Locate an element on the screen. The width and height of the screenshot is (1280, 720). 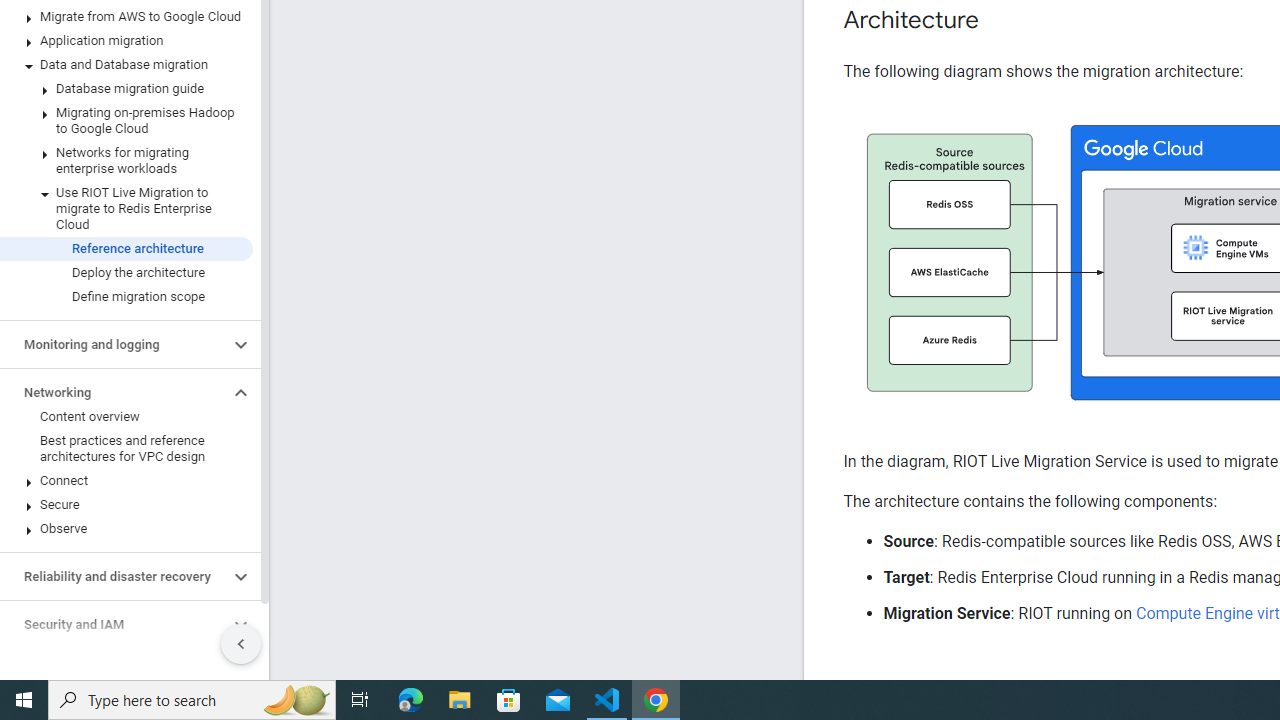
'Database migration guide' is located at coordinates (125, 87).